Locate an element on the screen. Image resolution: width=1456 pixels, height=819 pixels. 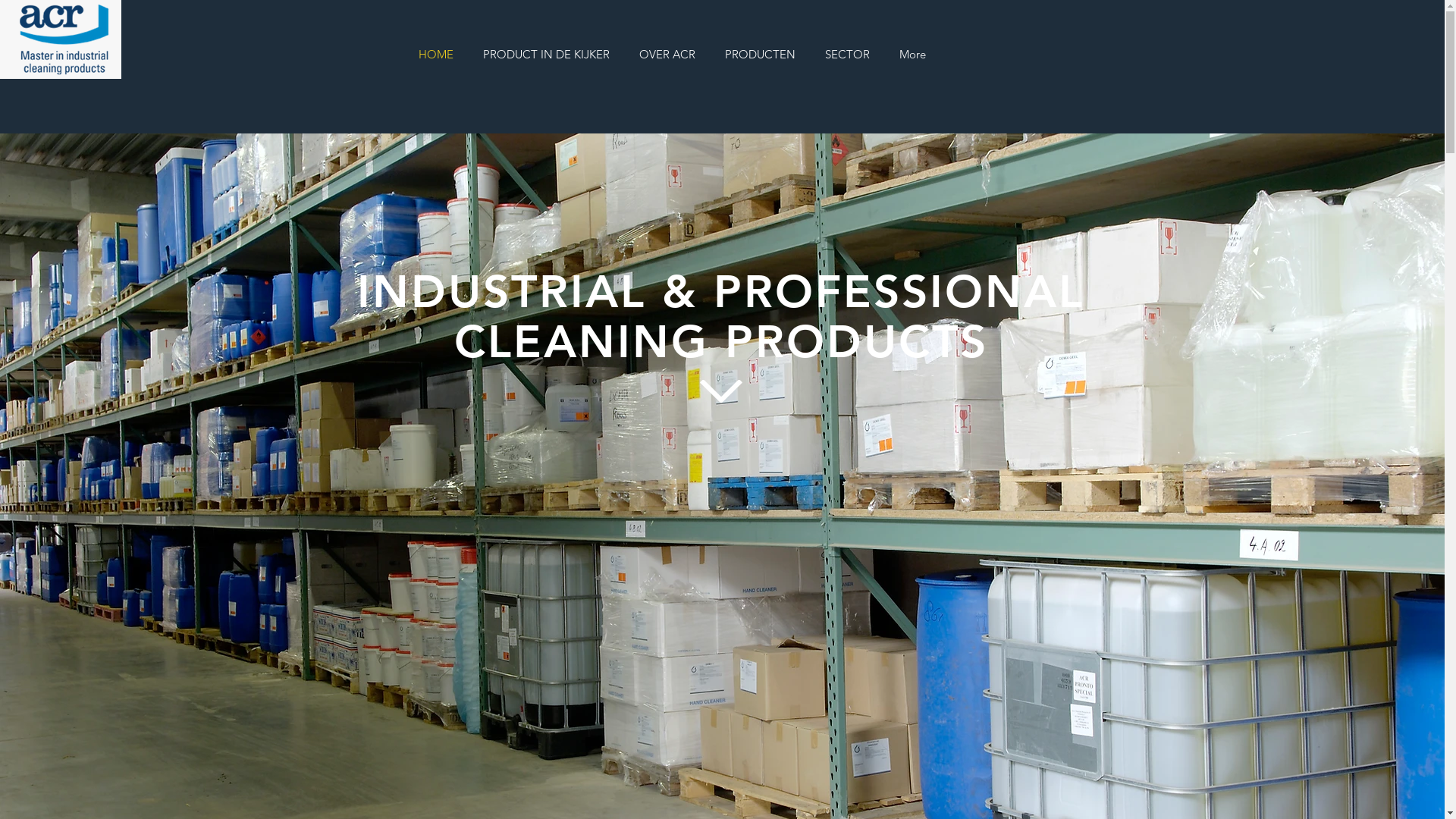
'PRODUCTEN' is located at coordinates (760, 54).